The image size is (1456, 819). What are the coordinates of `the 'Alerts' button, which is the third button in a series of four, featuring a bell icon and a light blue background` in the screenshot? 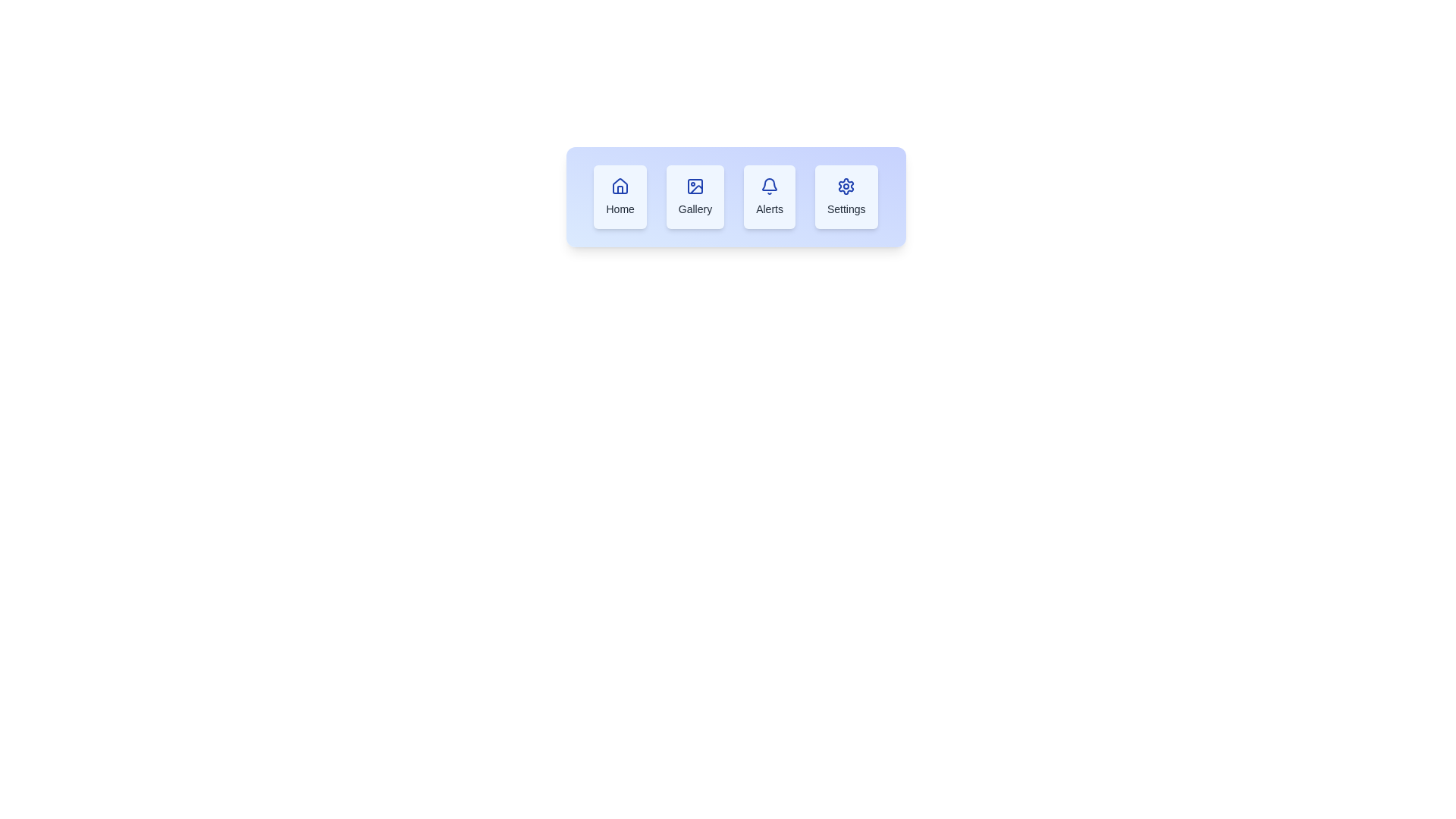 It's located at (770, 196).